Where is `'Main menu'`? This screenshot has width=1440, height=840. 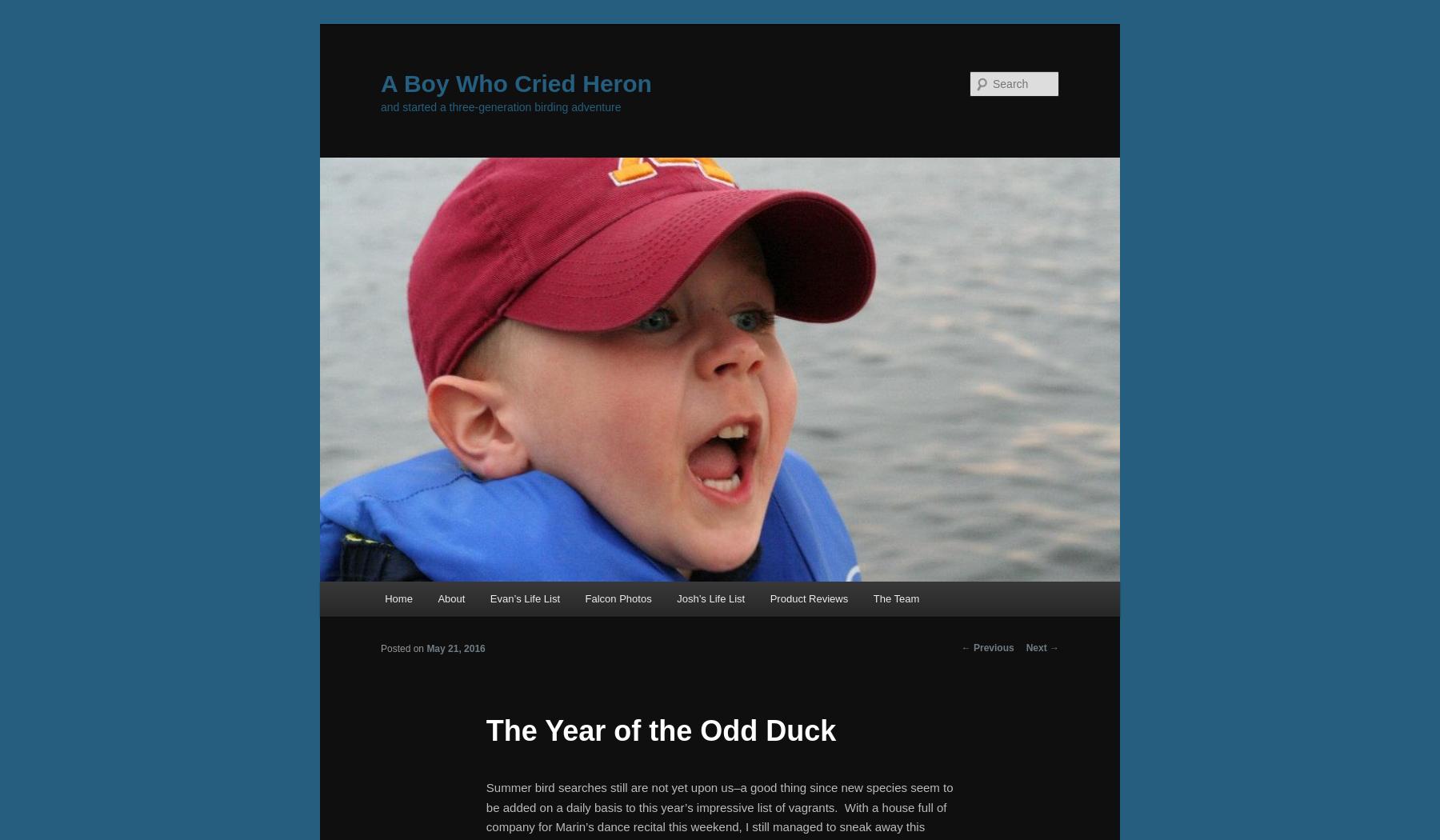 'Main menu' is located at coordinates (350, 590).